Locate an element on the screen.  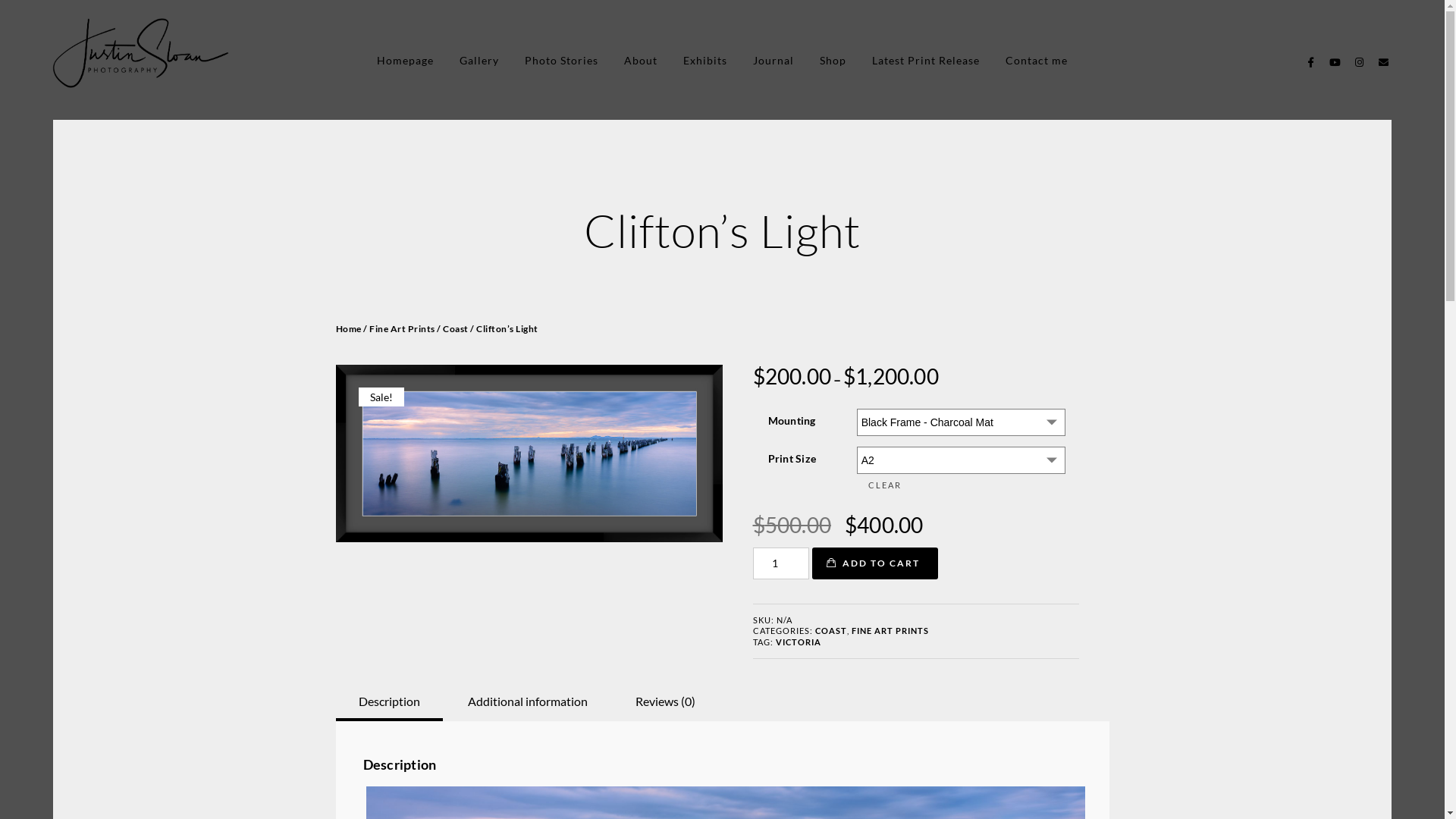
'VICTORIA' is located at coordinates (775, 642).